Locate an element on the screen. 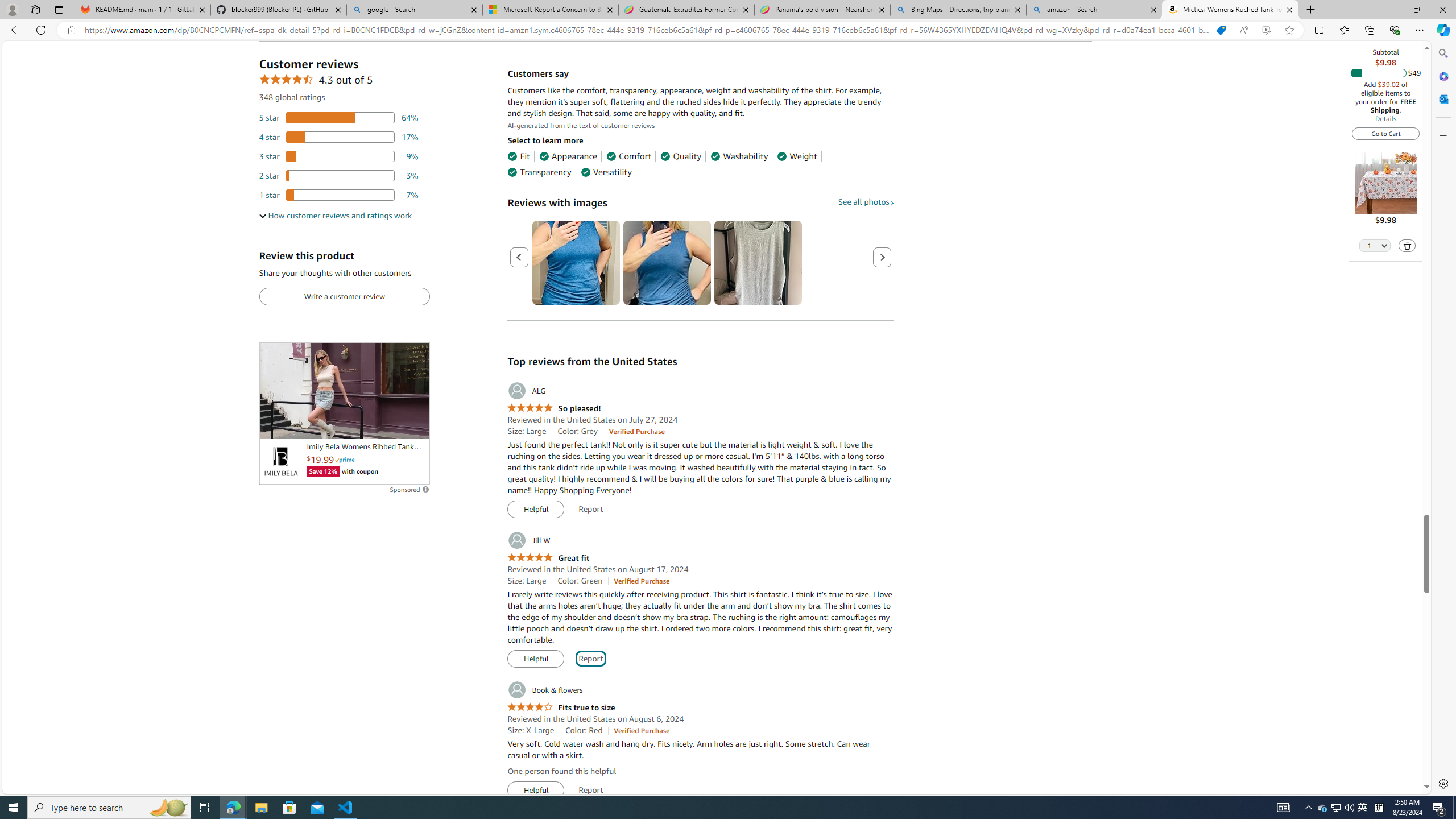  'Appearance' is located at coordinates (568, 156).